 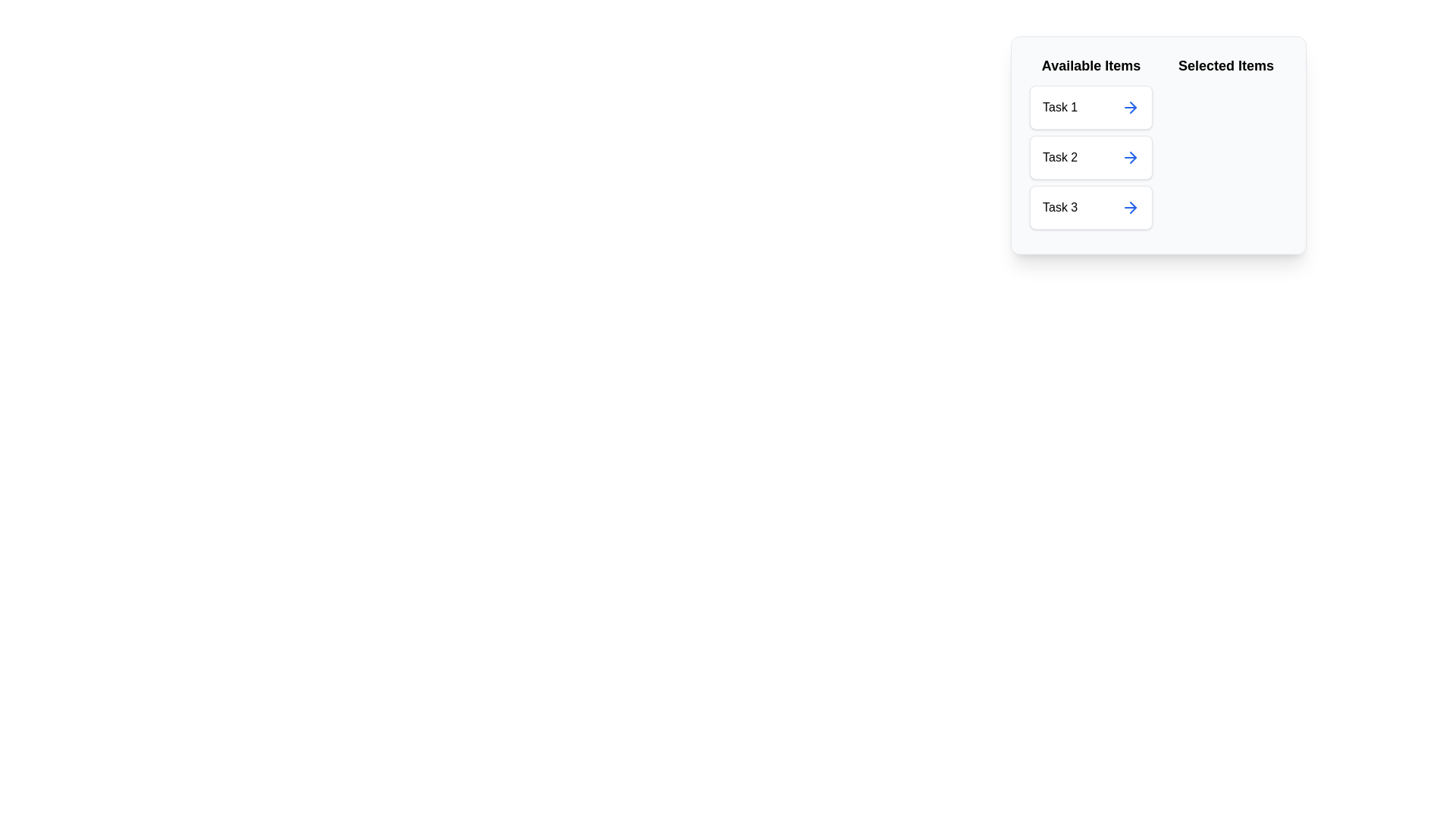 What do you see at coordinates (1090, 158) in the screenshot?
I see `the second task item in the 'Available Items' section` at bounding box center [1090, 158].